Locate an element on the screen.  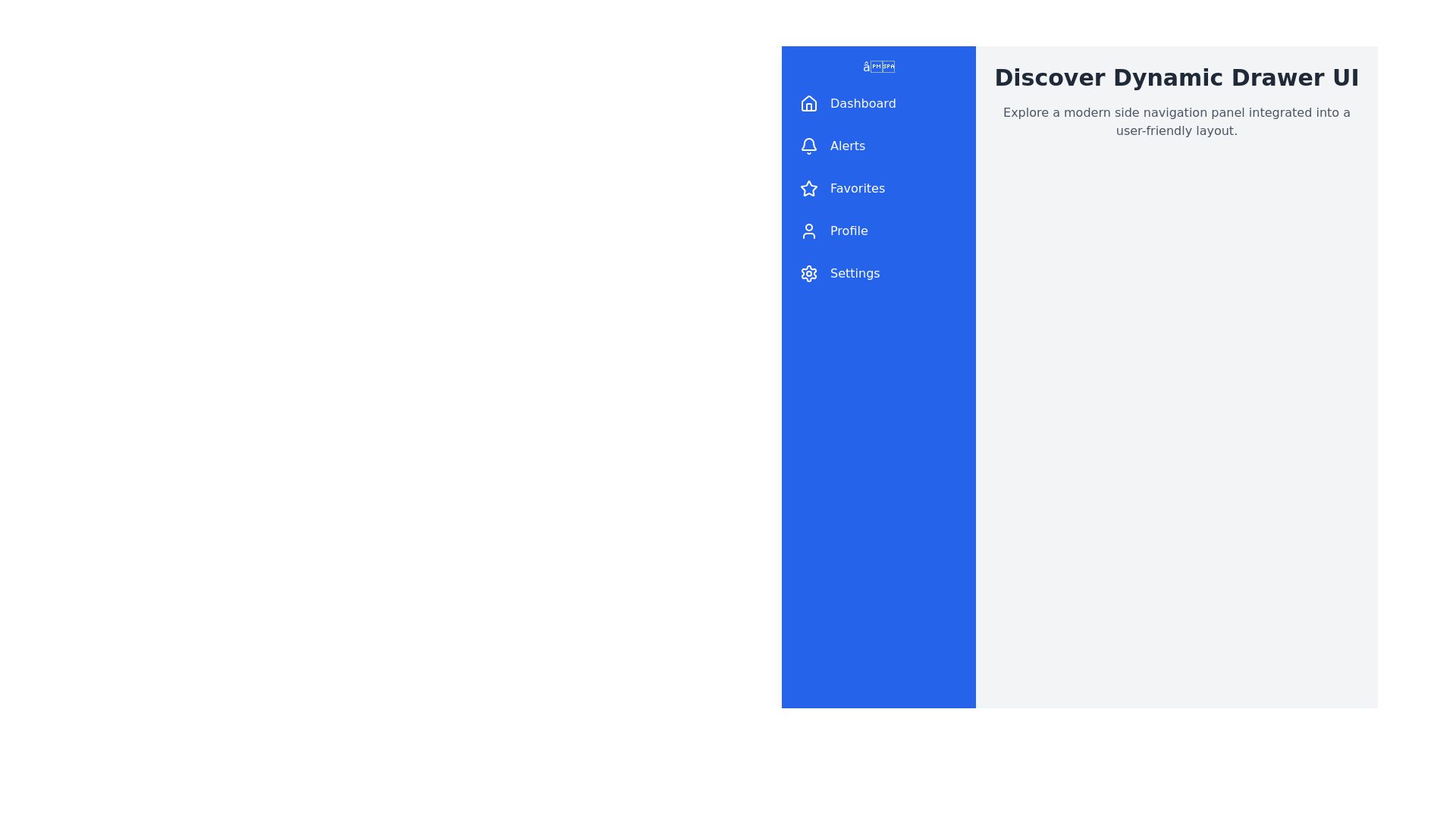
the bell icon located is located at coordinates (808, 144).